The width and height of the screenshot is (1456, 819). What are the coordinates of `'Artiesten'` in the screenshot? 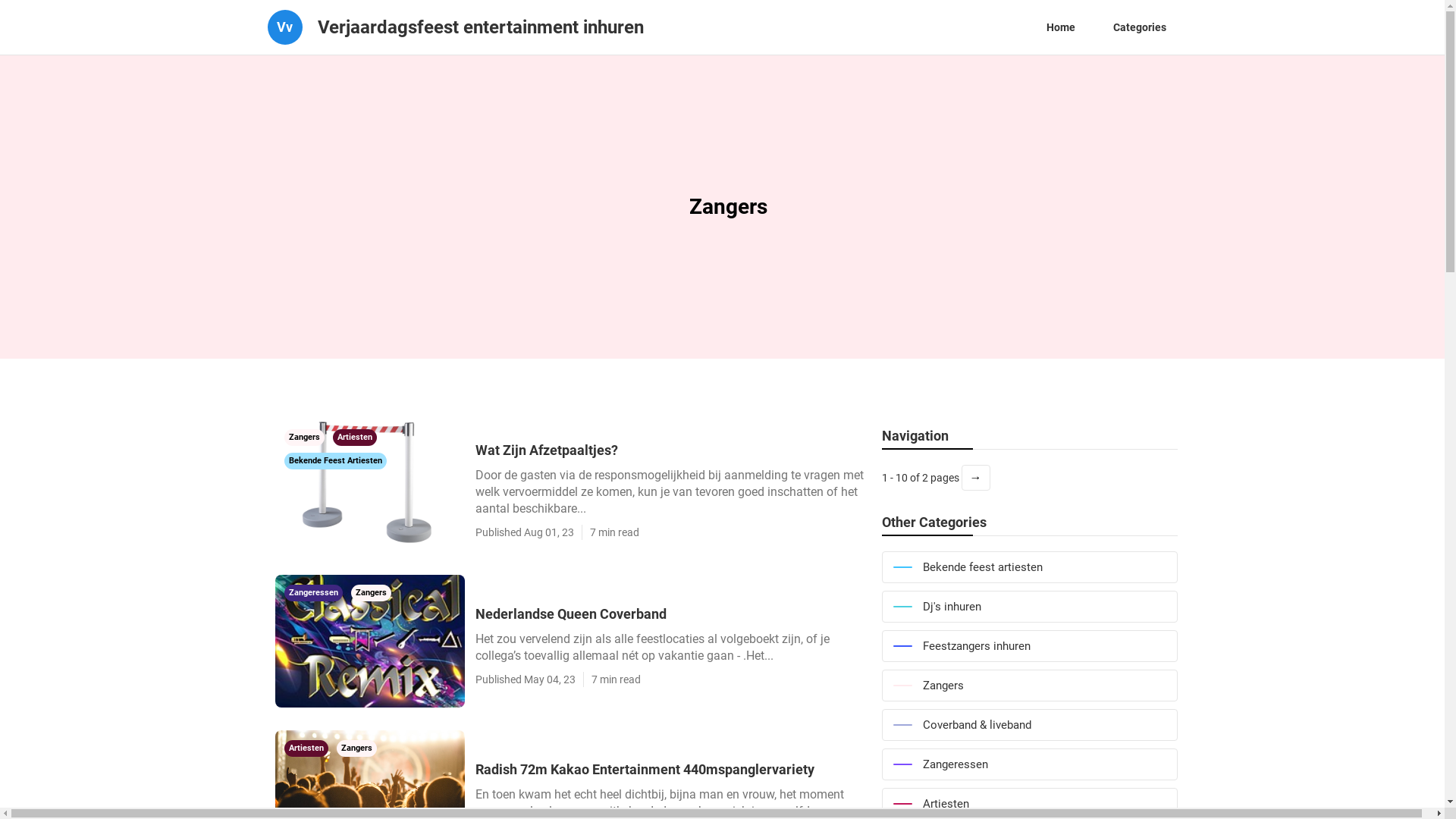 It's located at (306, 745).